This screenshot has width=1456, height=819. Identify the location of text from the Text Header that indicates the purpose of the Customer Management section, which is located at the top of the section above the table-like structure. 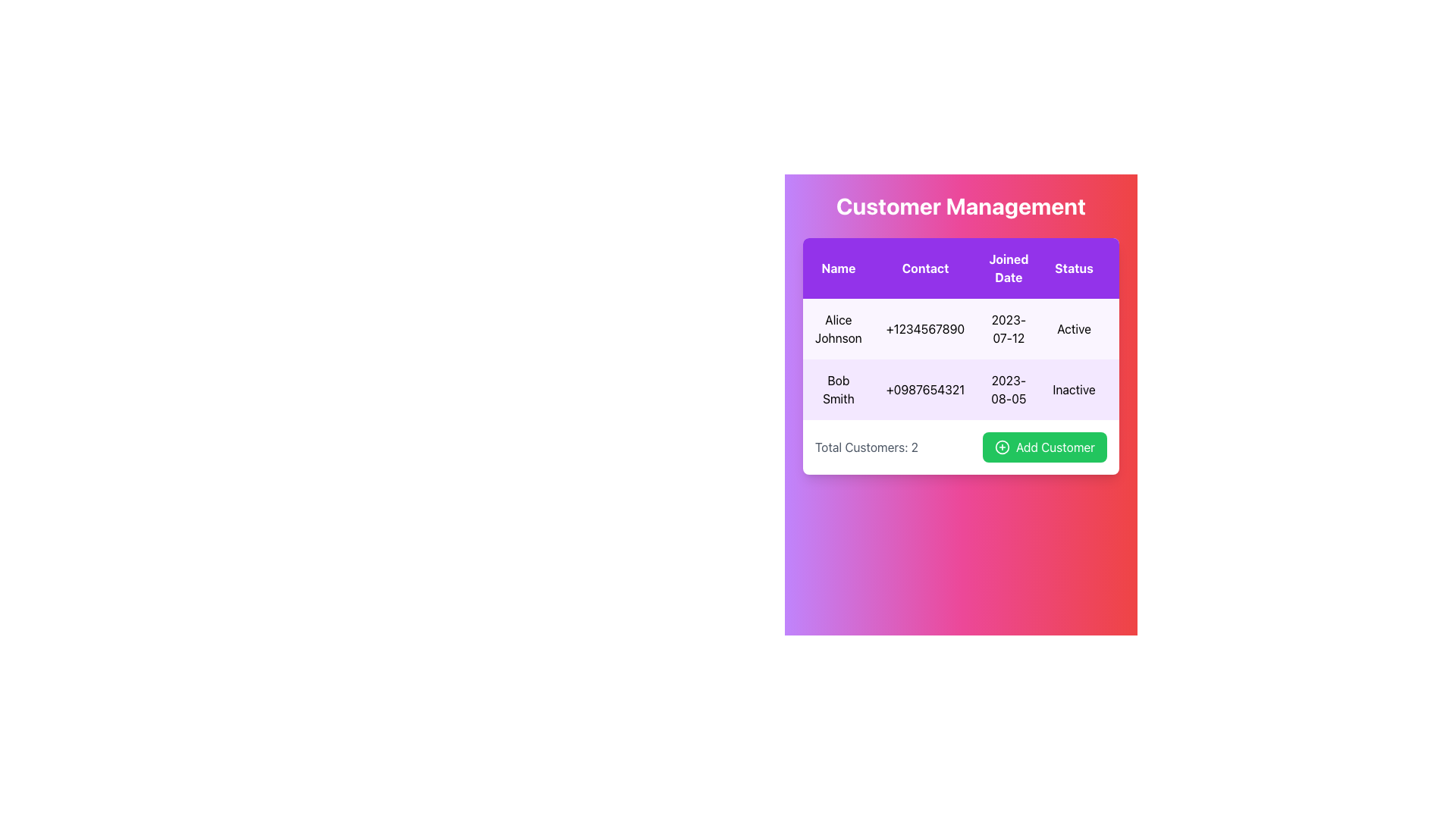
(960, 206).